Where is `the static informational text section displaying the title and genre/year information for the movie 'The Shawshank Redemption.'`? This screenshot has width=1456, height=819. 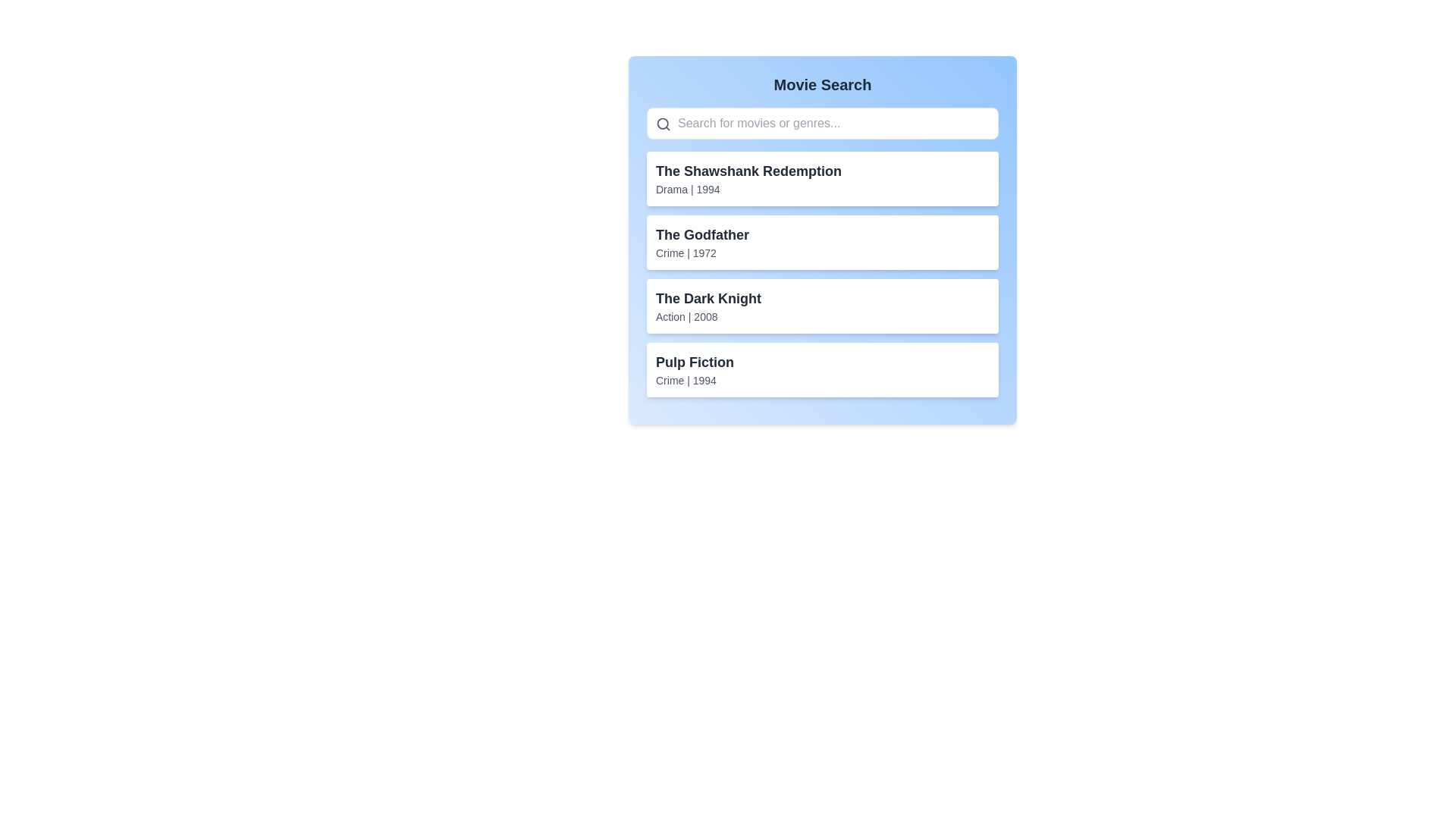
the static informational text section displaying the title and genre/year information for the movie 'The Shawshank Redemption.' is located at coordinates (748, 177).